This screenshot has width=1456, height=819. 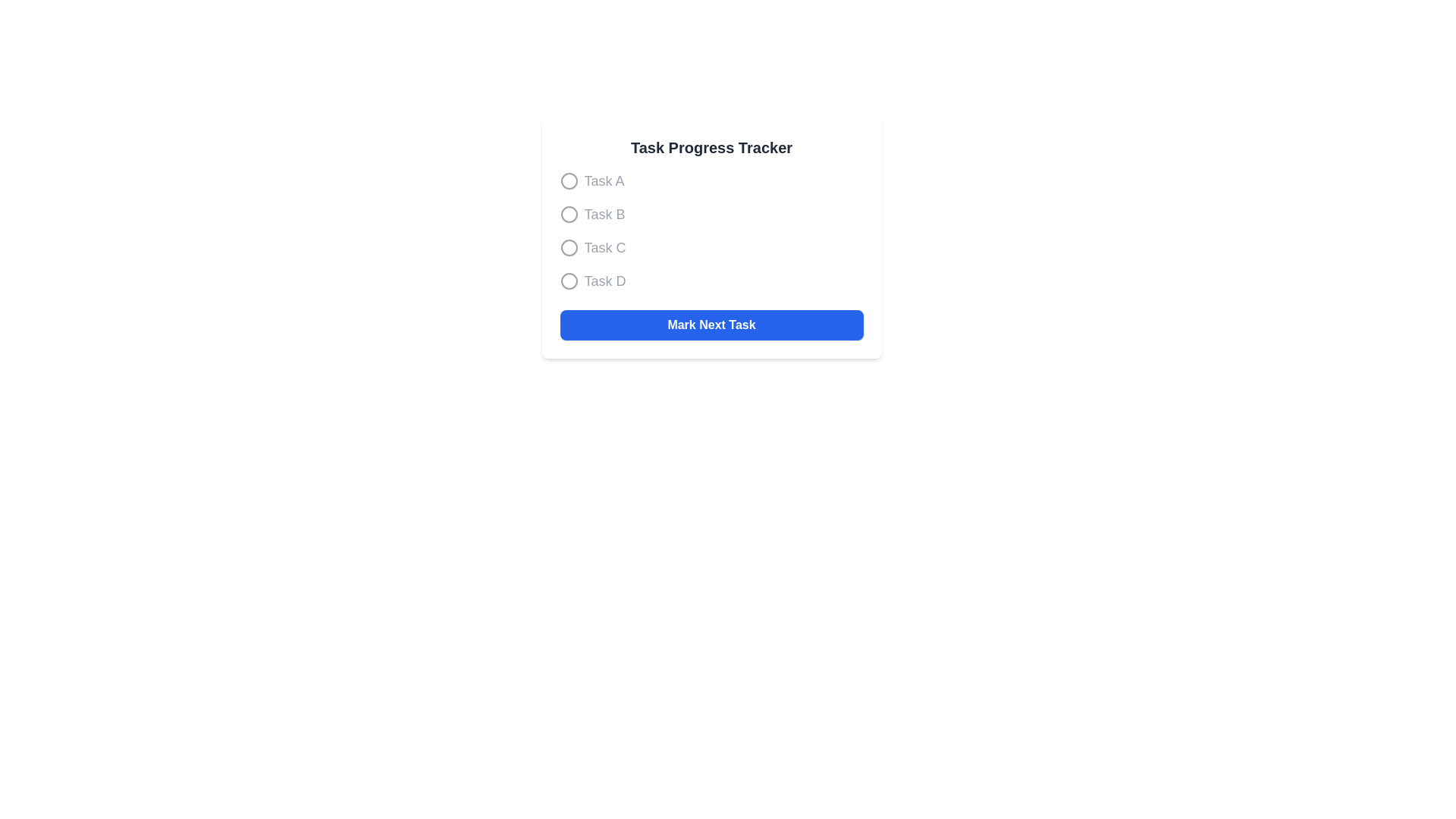 What do you see at coordinates (711, 281) in the screenshot?
I see `the fourth selectable task option in the list, located directly beneath 'Task C'` at bounding box center [711, 281].